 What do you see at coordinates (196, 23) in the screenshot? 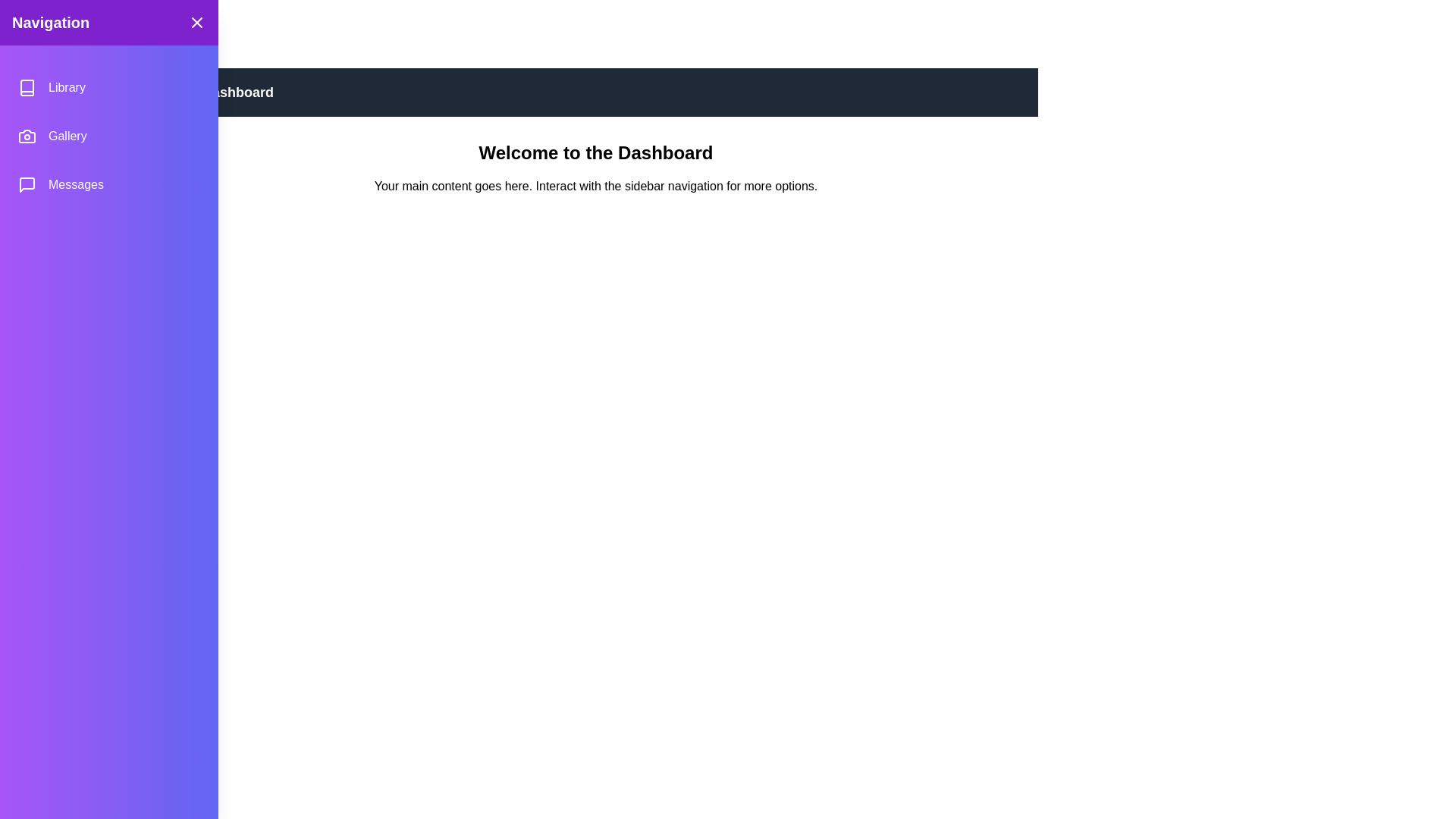
I see `the 'X' icon button located in the top-right corner of the purple navigation header to possibly see a tooltip` at bounding box center [196, 23].